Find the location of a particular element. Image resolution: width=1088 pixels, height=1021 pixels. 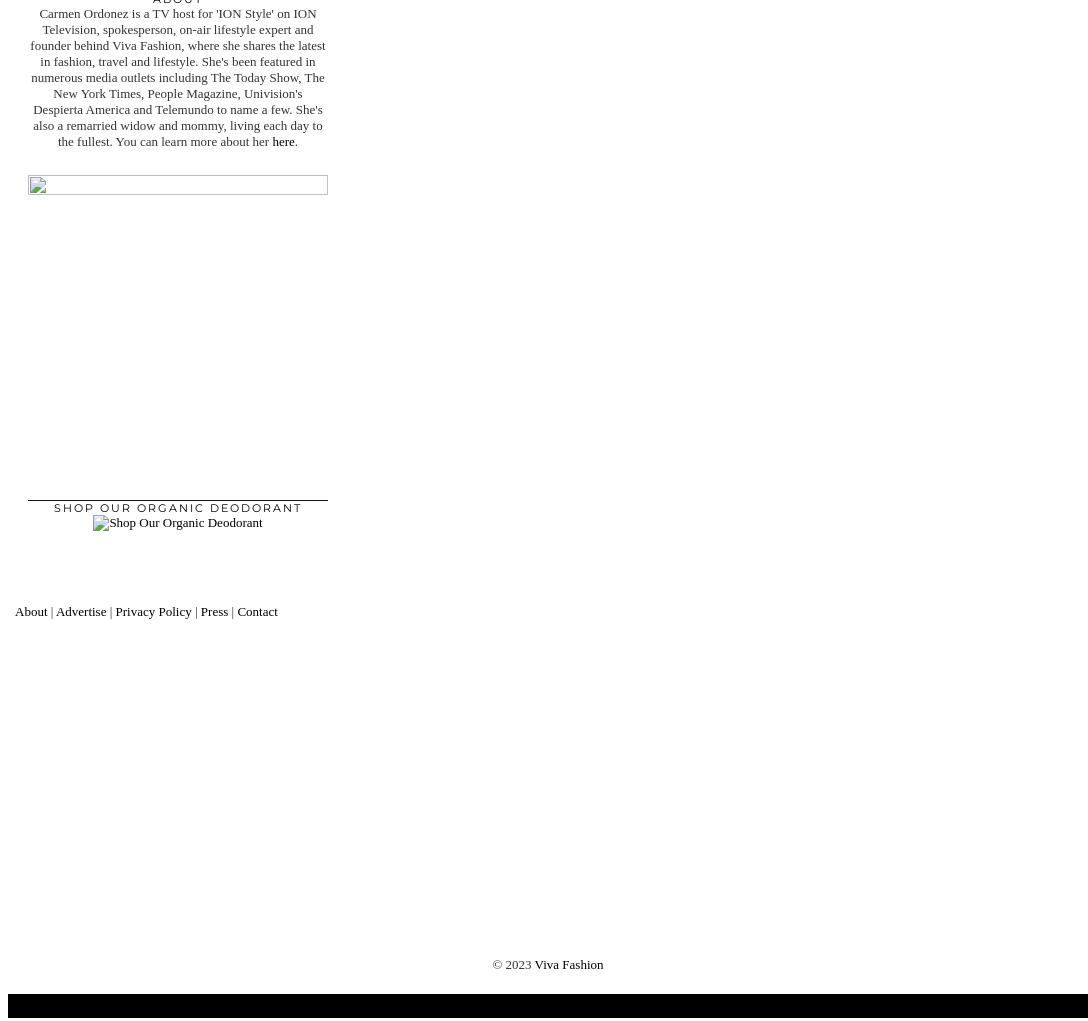

'Privacy Policy' is located at coordinates (151, 610).